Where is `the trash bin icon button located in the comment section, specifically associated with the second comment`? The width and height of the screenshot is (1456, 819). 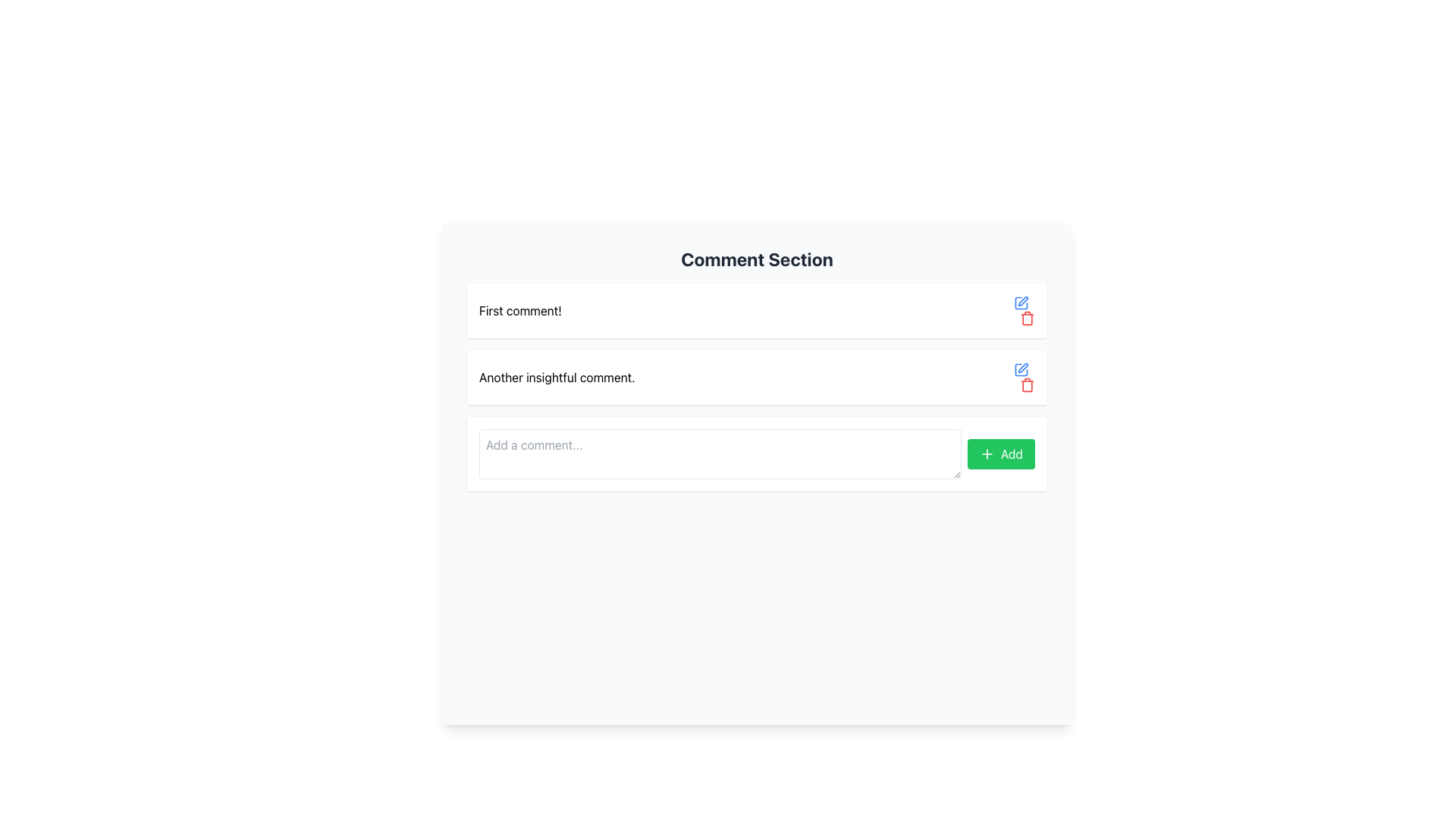 the trash bin icon button located in the comment section, specifically associated with the second comment is located at coordinates (1027, 384).